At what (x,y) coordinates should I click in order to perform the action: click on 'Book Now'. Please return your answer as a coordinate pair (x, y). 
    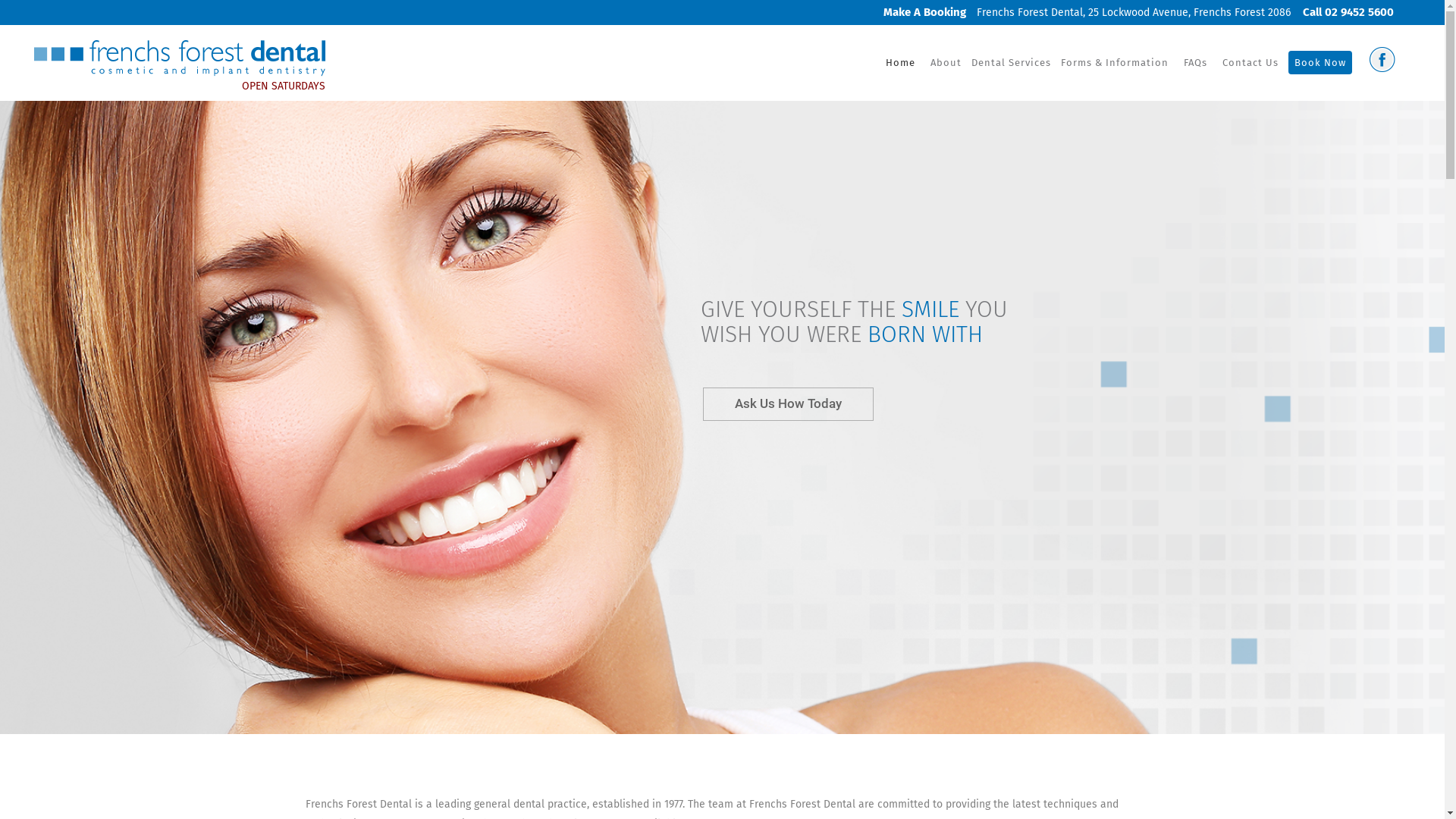
    Looking at the image, I should click on (1319, 62).